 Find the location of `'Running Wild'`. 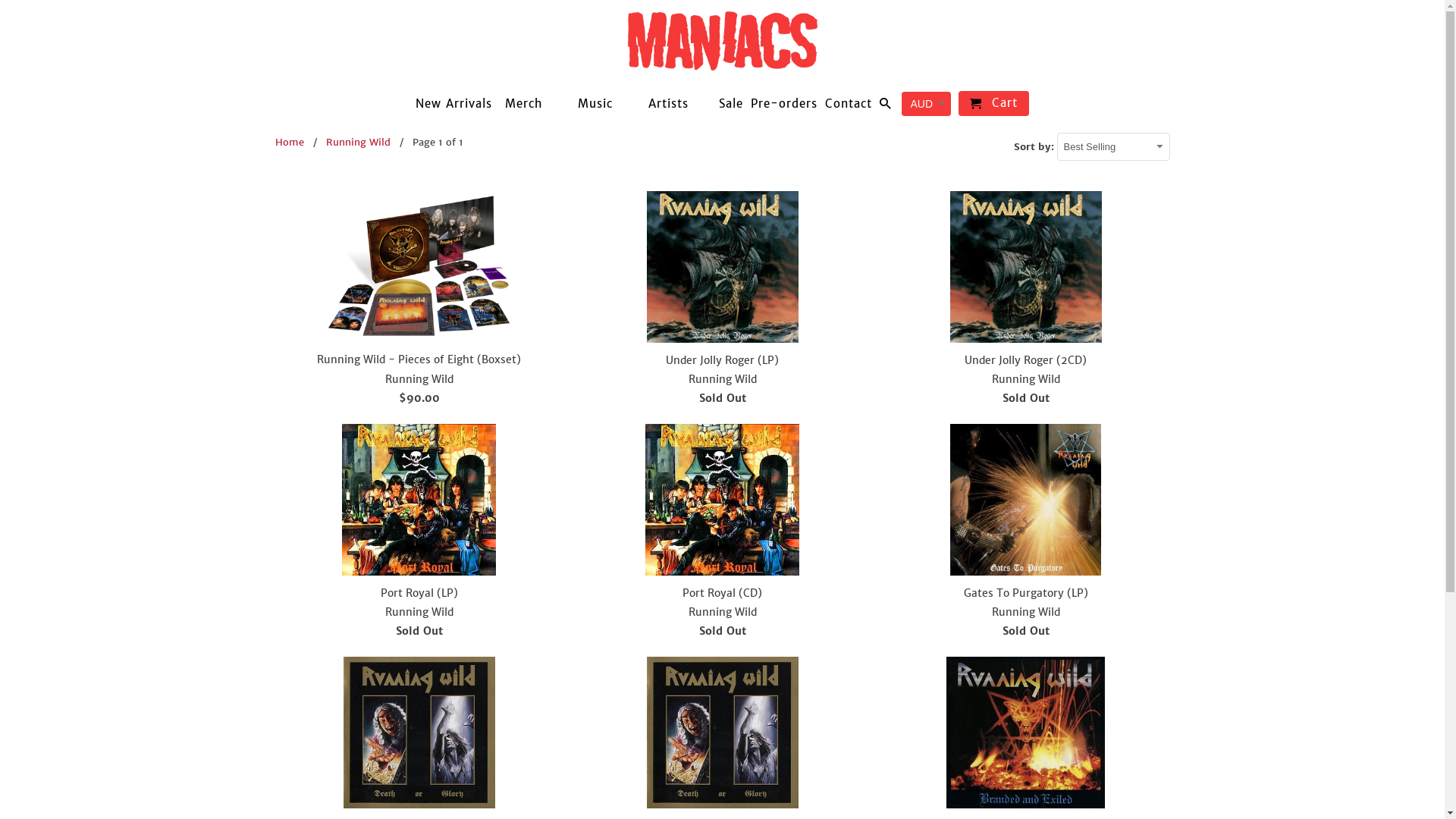

'Running Wild' is located at coordinates (357, 142).